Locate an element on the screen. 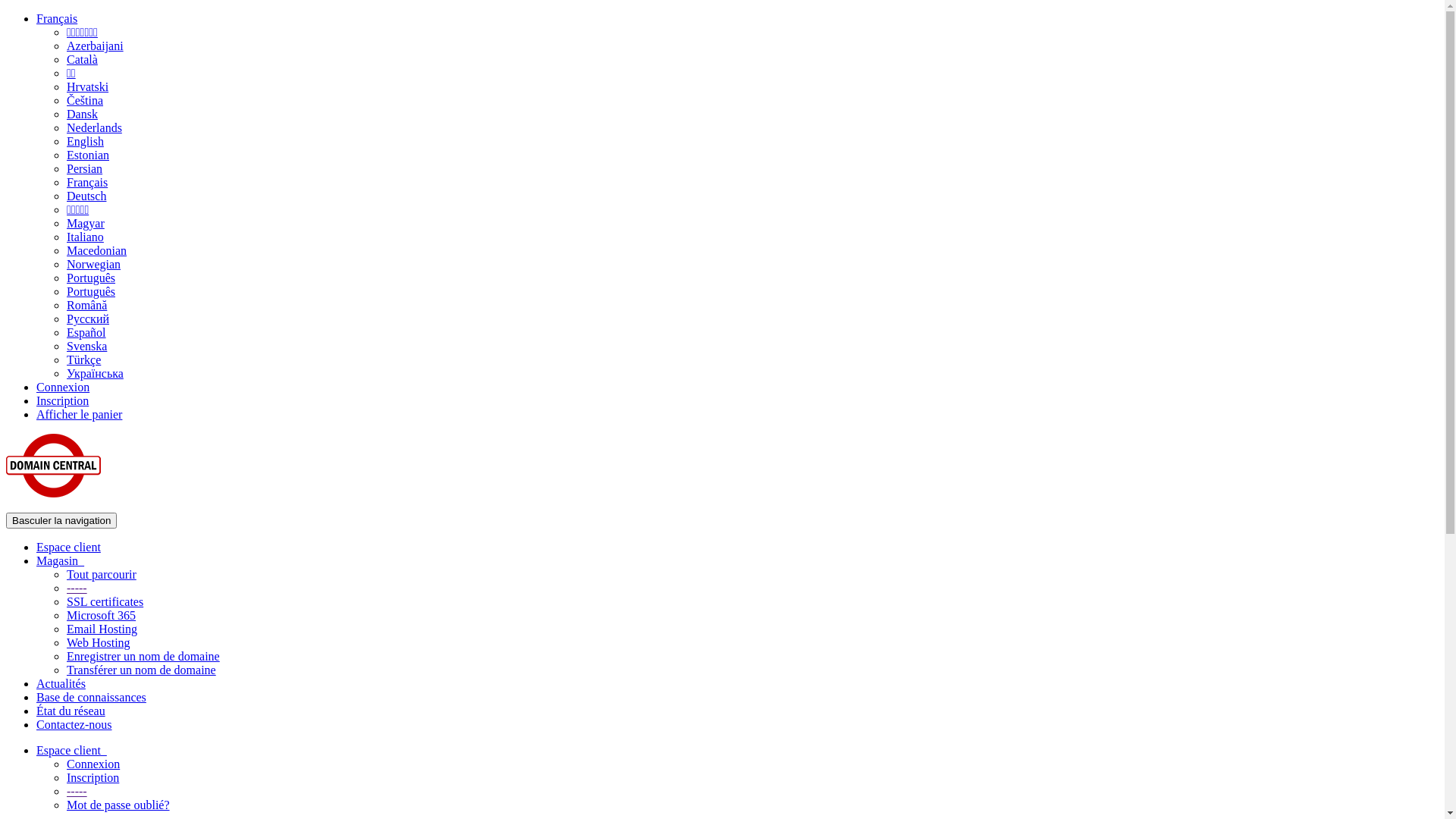 Image resolution: width=1456 pixels, height=819 pixels. '-----' is located at coordinates (76, 587).